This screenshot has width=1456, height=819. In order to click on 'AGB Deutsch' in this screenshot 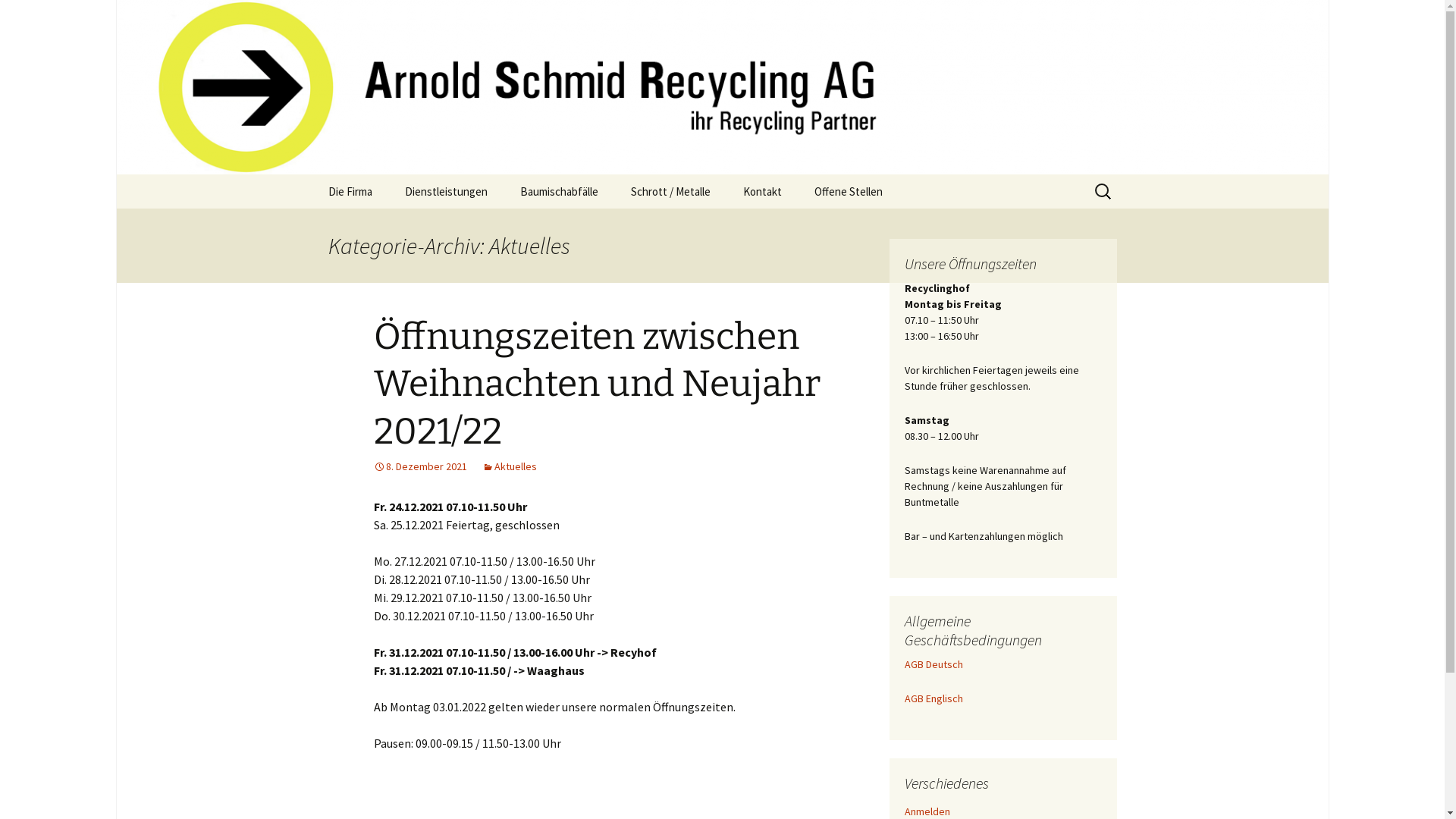, I will do `click(932, 663)`.